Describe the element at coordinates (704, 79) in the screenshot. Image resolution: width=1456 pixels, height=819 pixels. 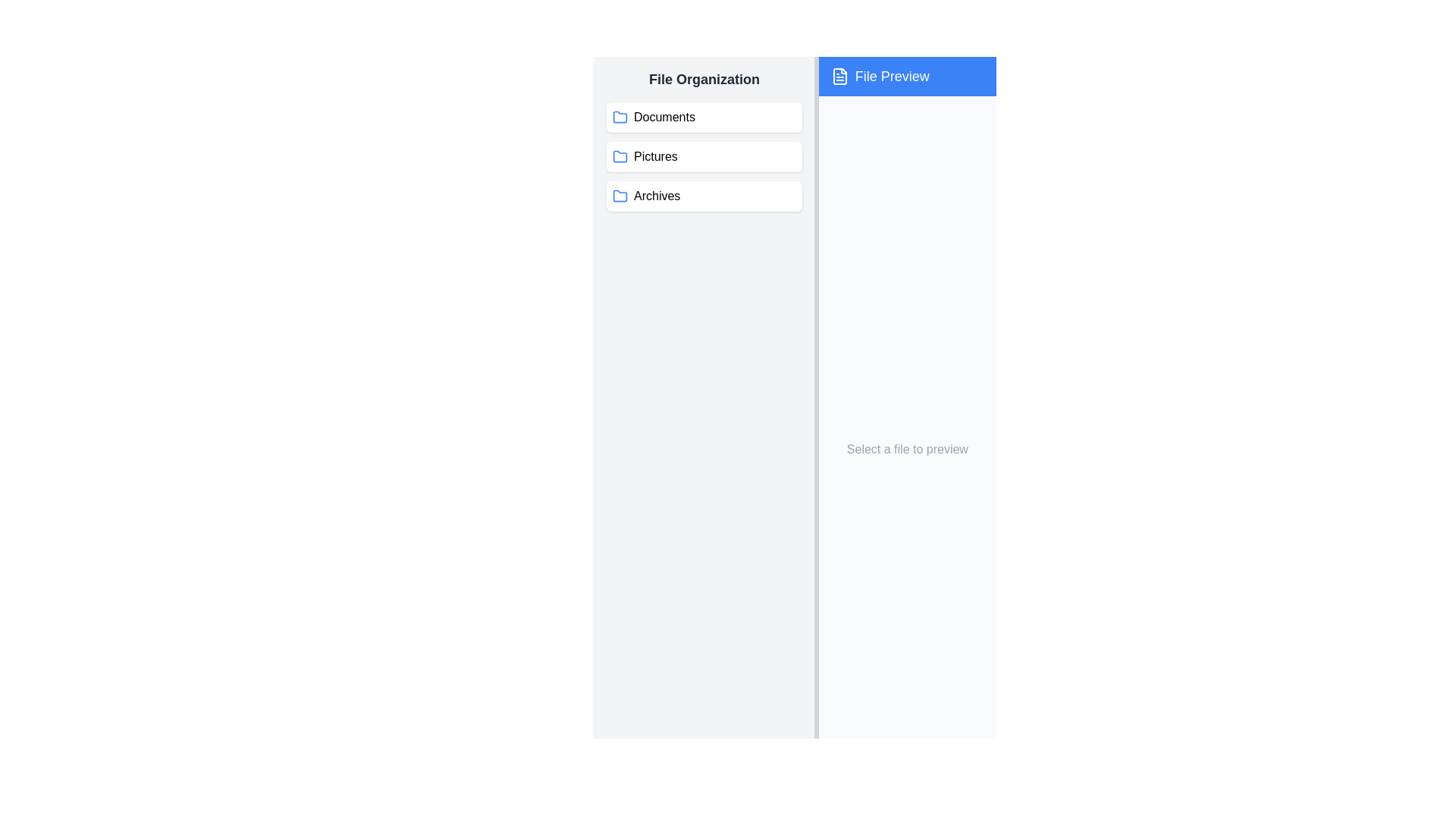
I see `text from the title label at the top center of the left sidebar, which indicates its content relates to file organization` at that location.